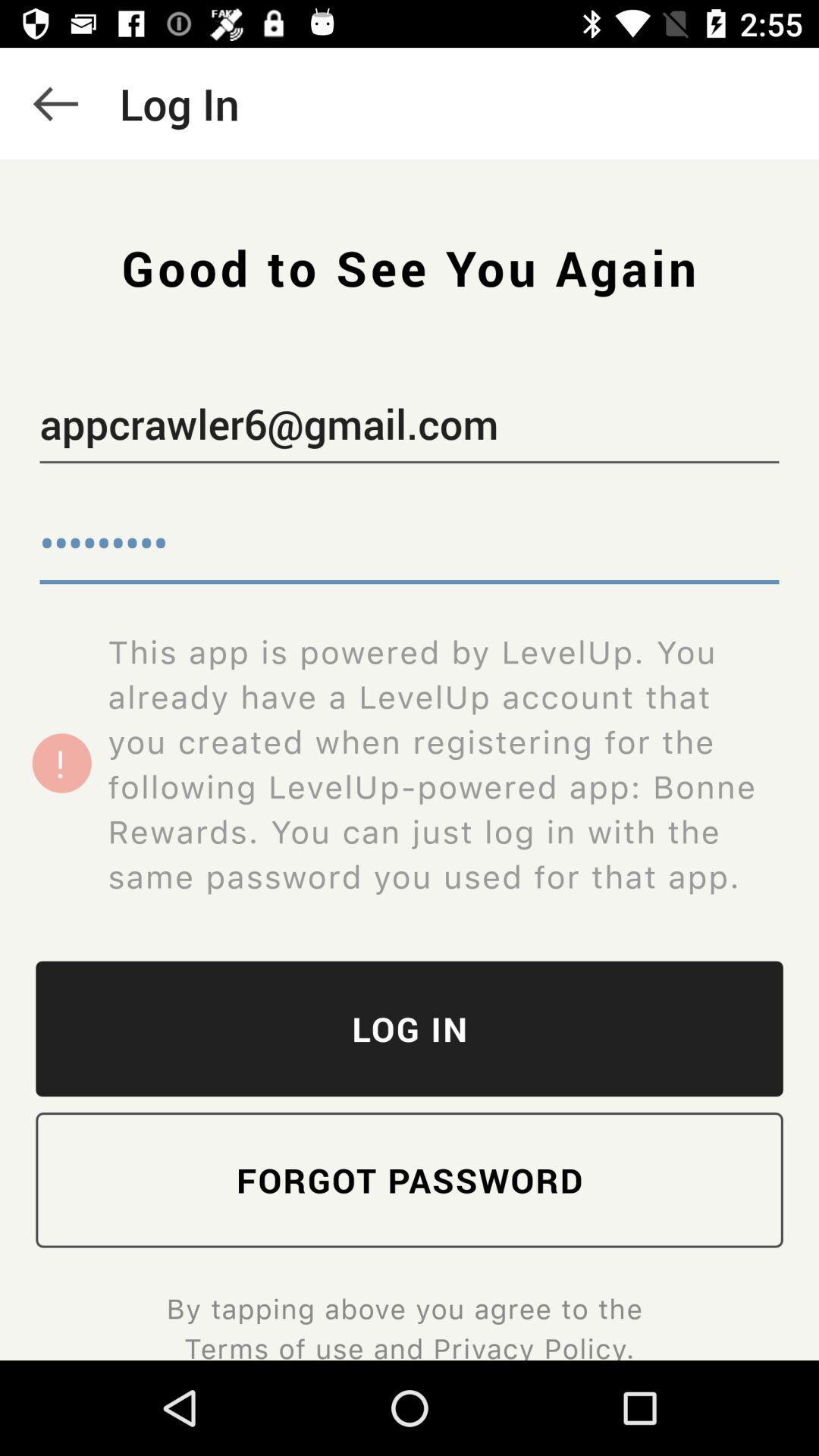  What do you see at coordinates (55, 102) in the screenshot?
I see `the app to the left of the log in icon` at bounding box center [55, 102].